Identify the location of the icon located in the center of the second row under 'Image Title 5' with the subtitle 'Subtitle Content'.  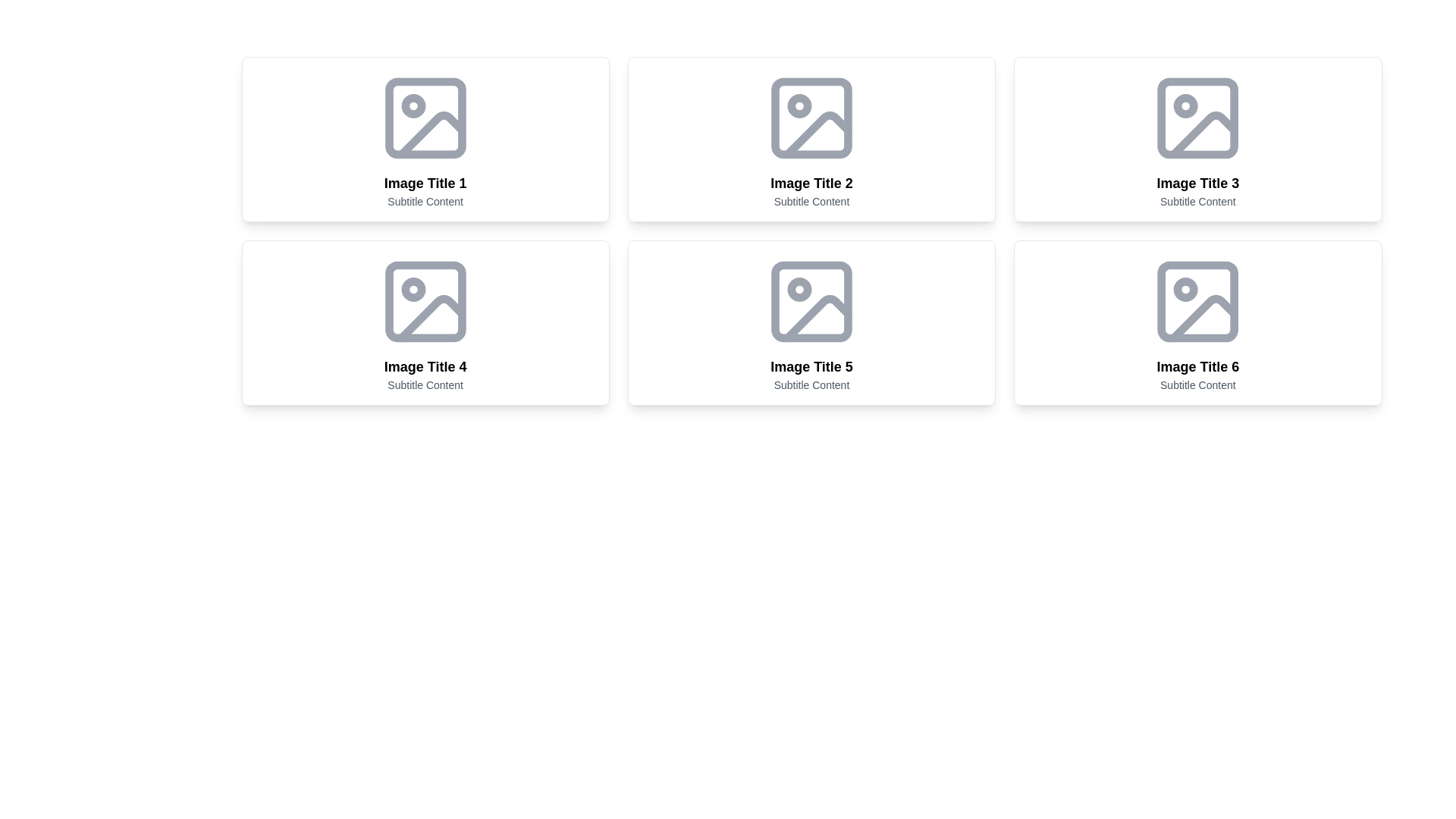
(811, 301).